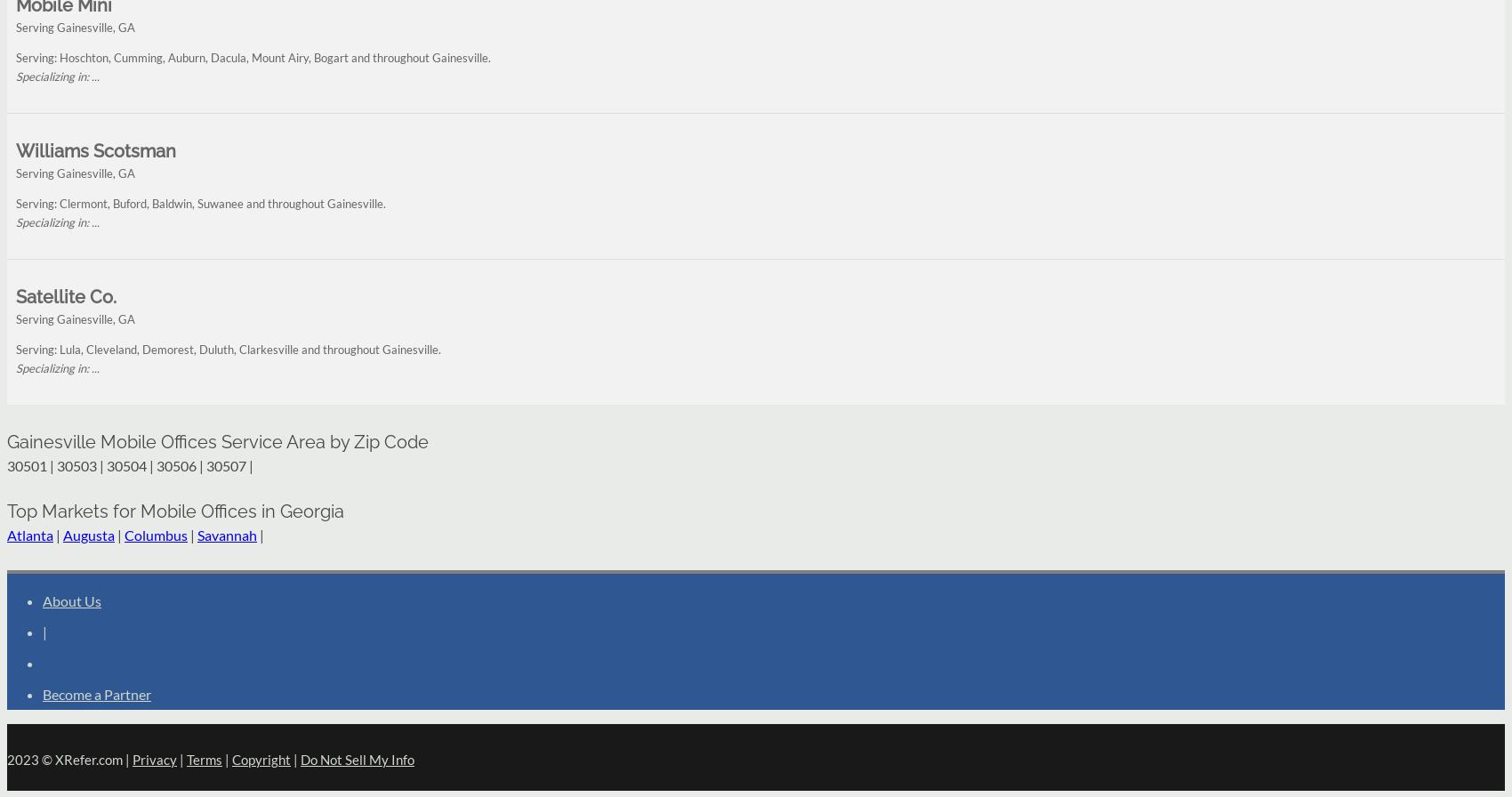  I want to click on 'Serving:
											Clermont, Buford, Baldwin, Suwanee and throughout Gainesville.', so click(200, 203).